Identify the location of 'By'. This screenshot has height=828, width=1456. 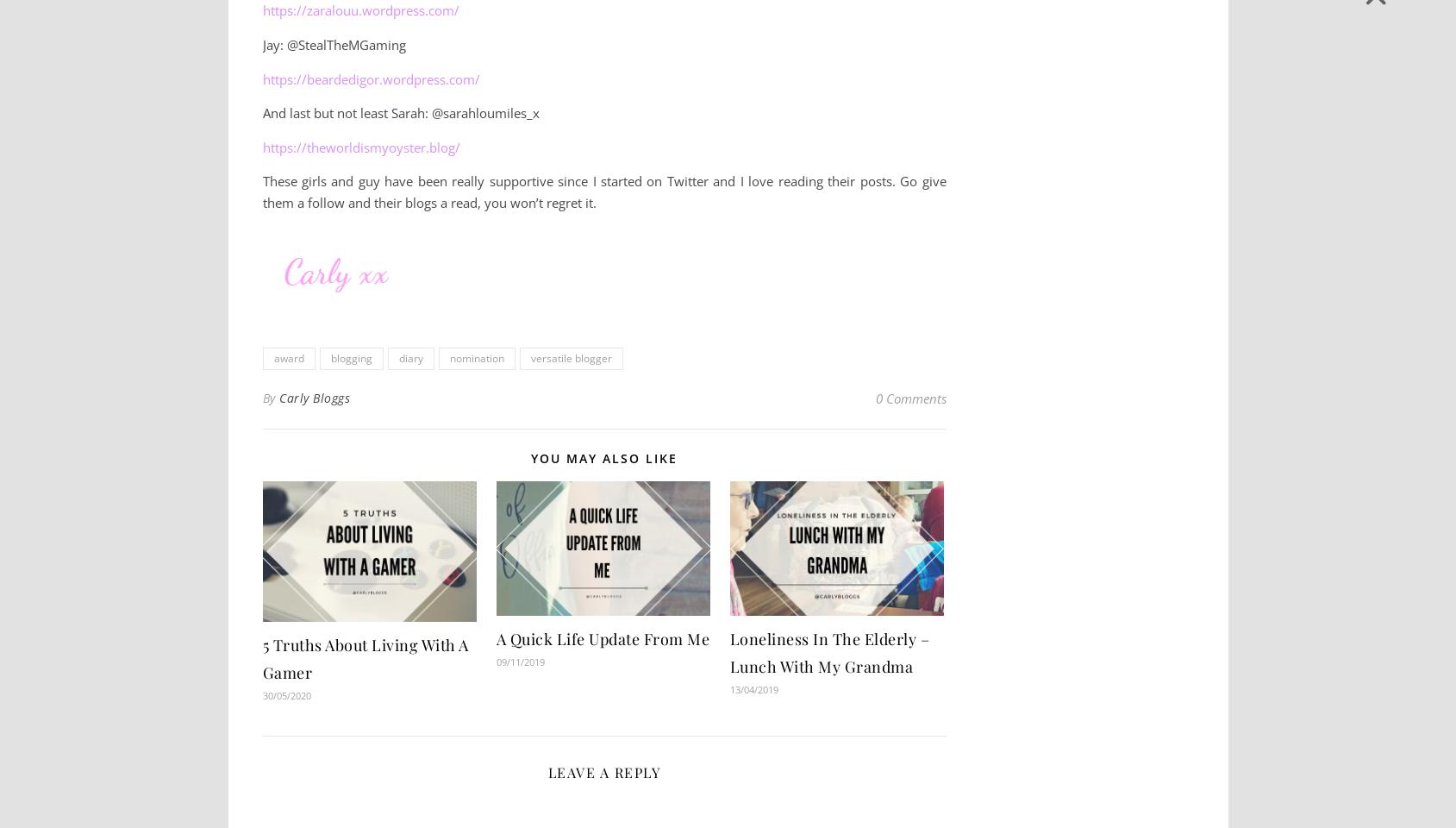
(270, 397).